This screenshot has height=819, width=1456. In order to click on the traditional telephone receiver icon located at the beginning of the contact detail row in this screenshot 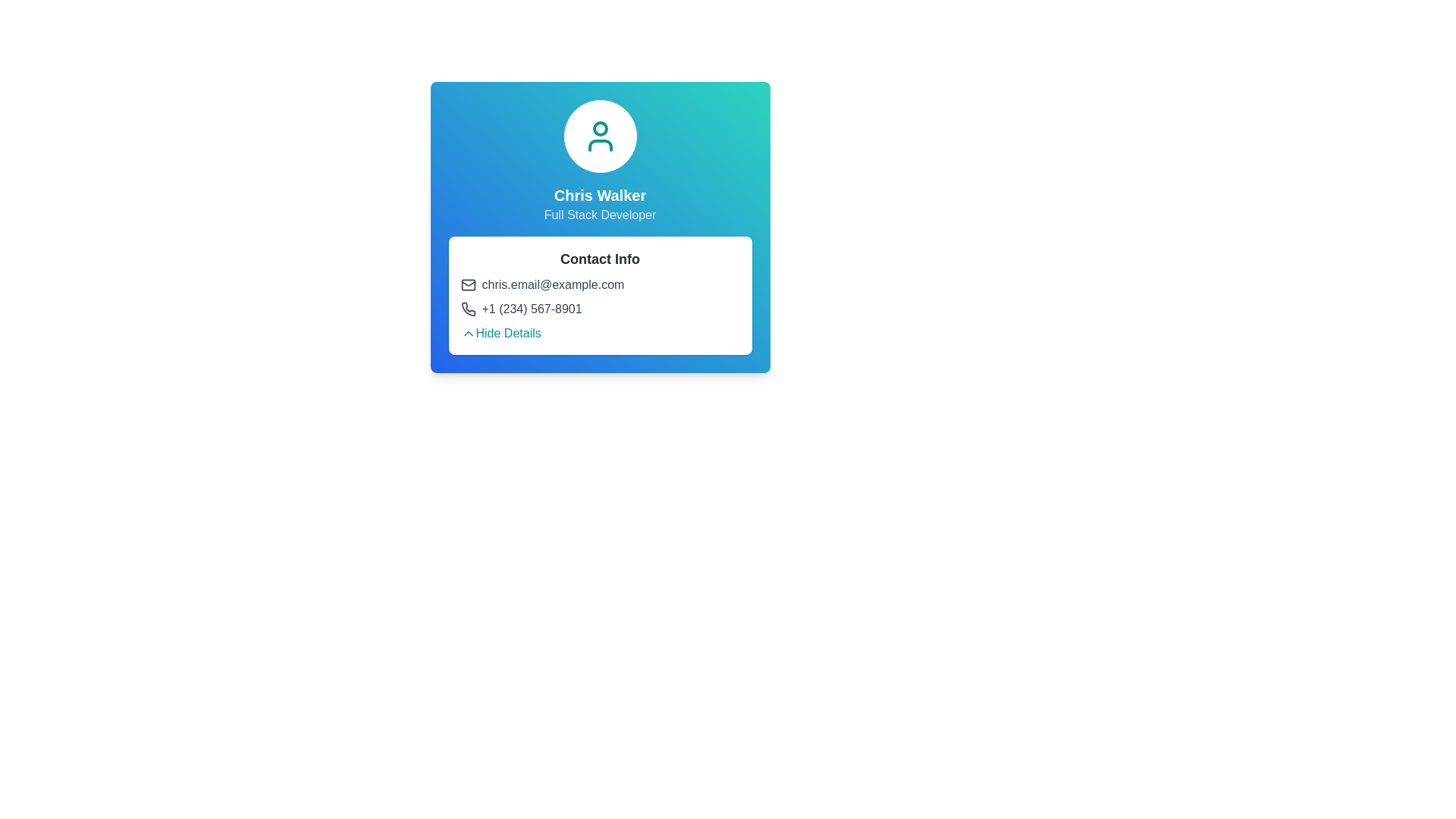, I will do `click(467, 309)`.